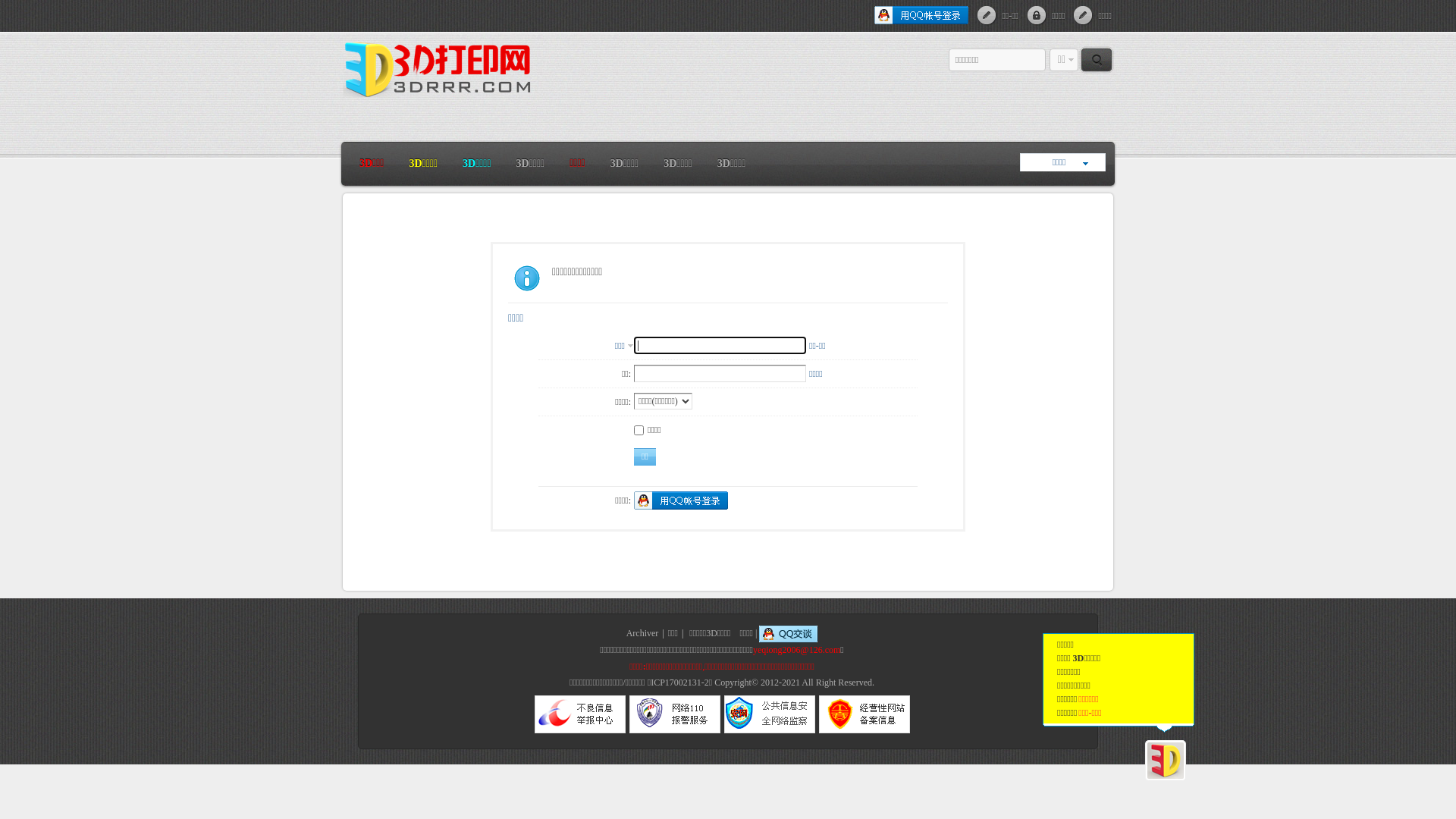 Image resolution: width=1456 pixels, height=819 pixels. I want to click on 'Archiver', so click(642, 632).